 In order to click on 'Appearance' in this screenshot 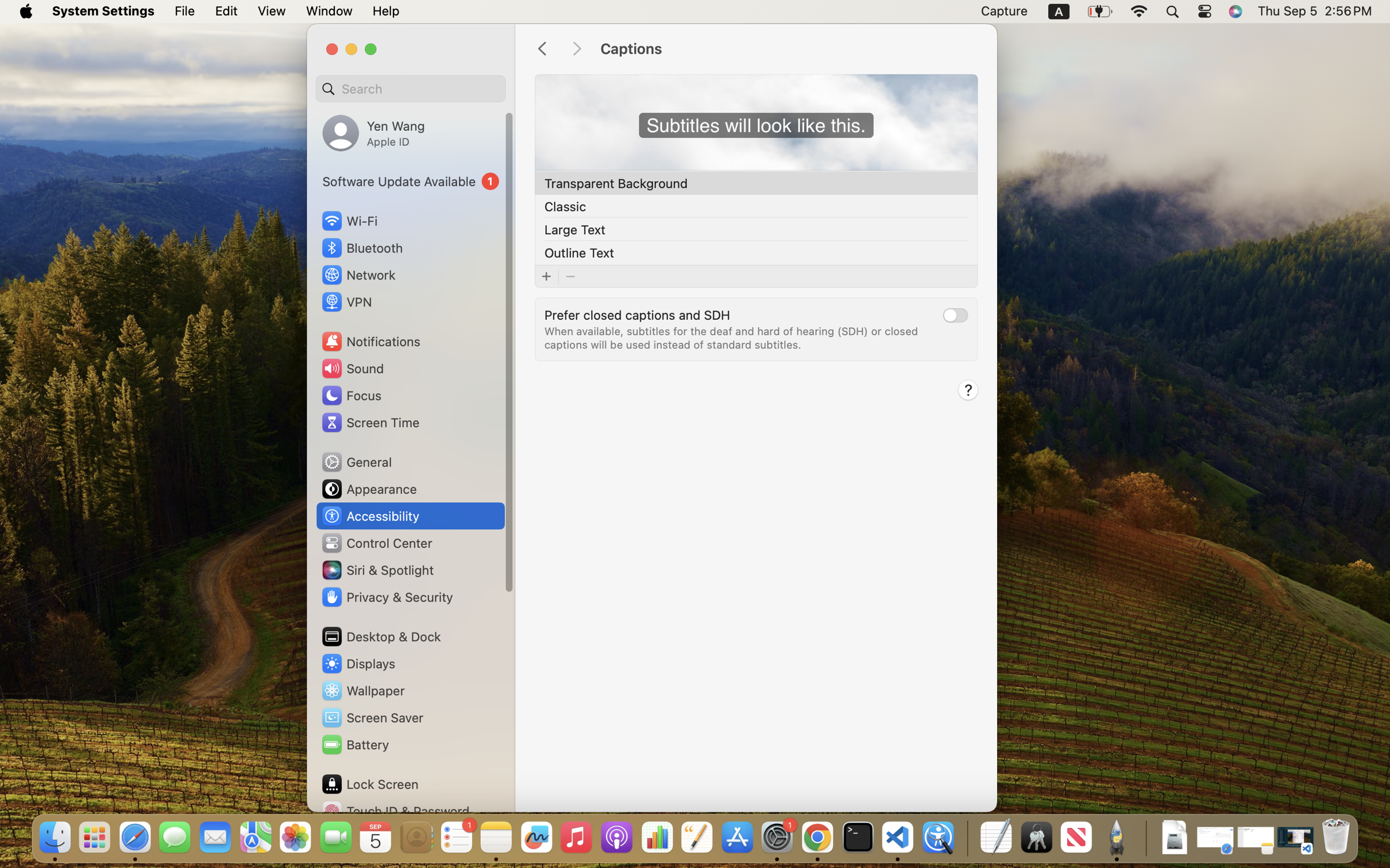, I will do `click(368, 489)`.